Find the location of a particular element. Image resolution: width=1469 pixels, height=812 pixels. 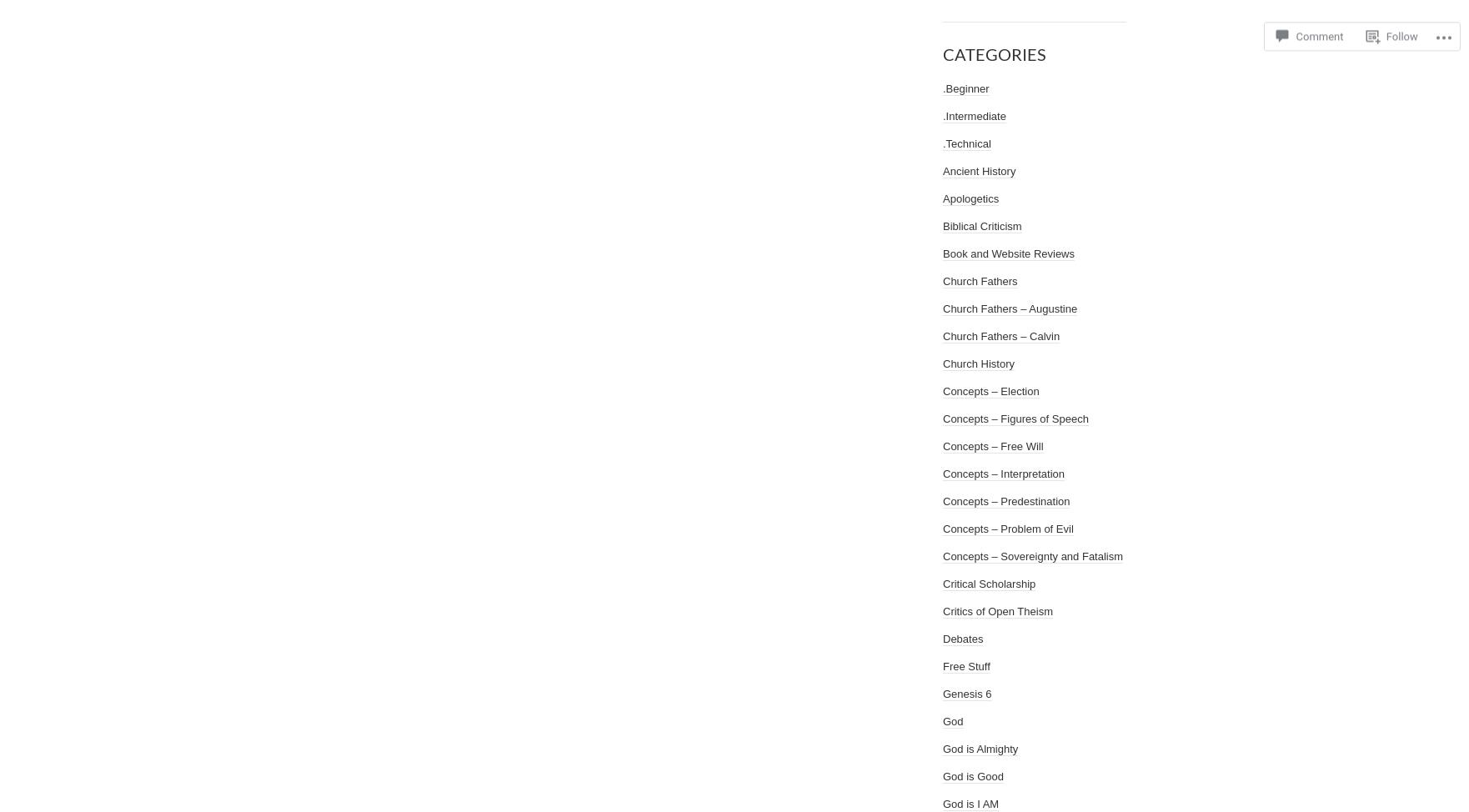

'Comment' is located at coordinates (1318, 20).